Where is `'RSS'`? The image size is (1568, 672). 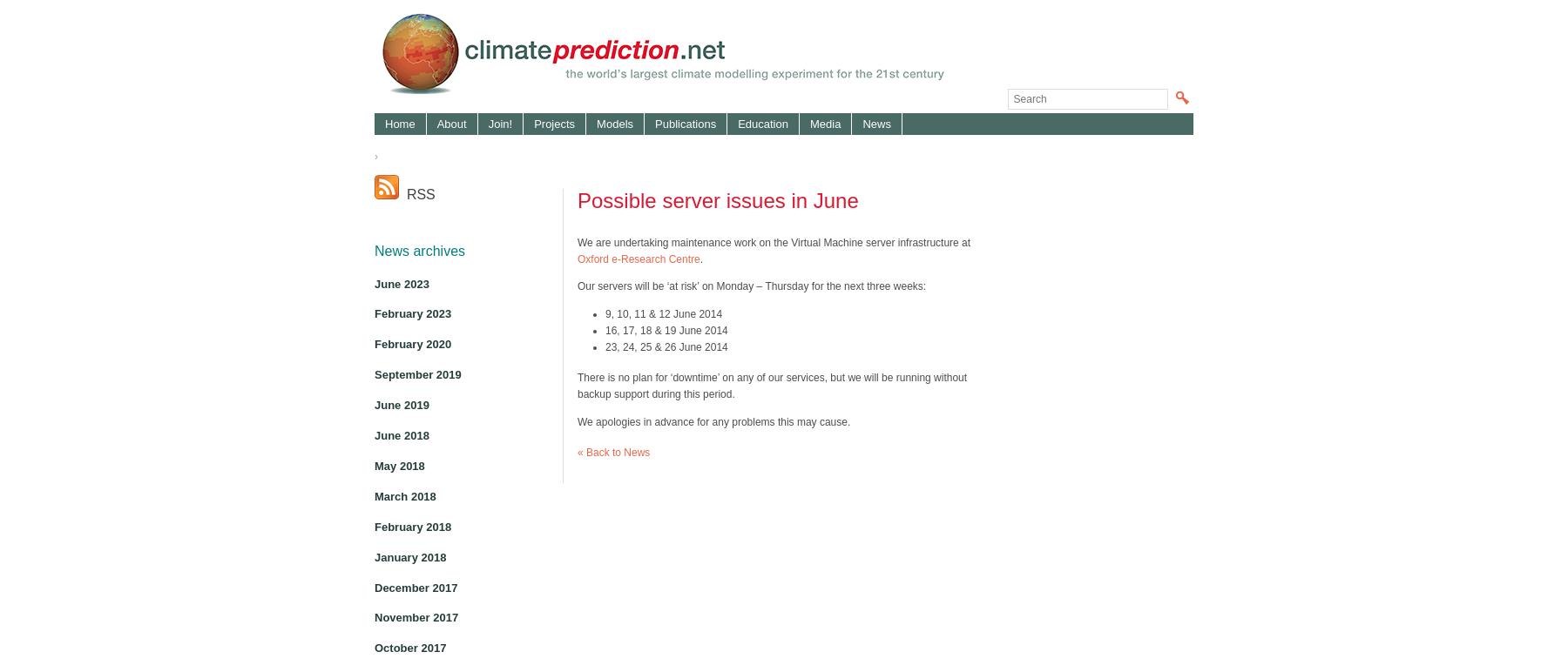 'RSS' is located at coordinates (397, 194).